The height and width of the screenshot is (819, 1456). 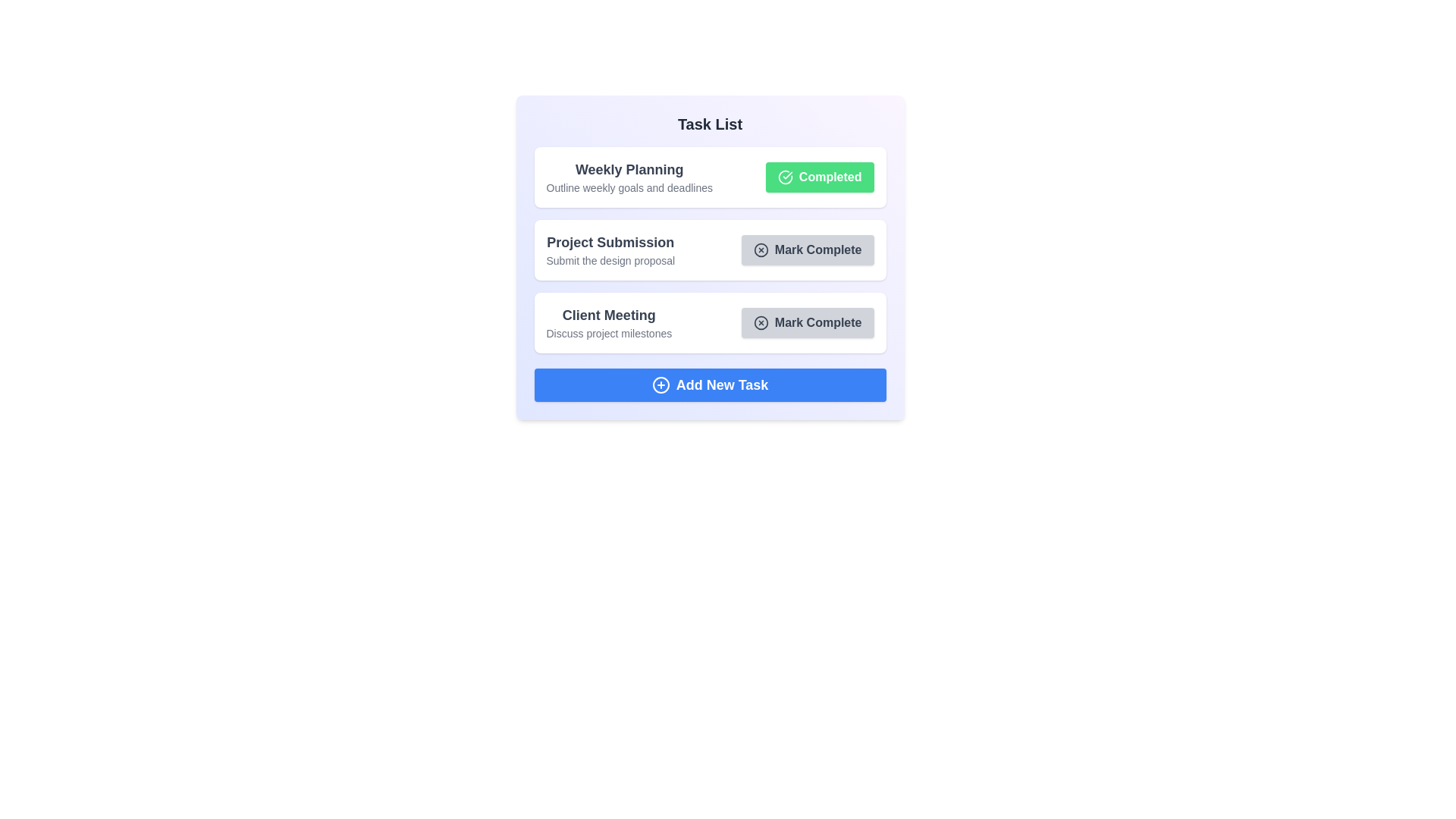 I want to click on 'Mark Complete' button for the second task to toggle its completion status, so click(x=807, y=249).